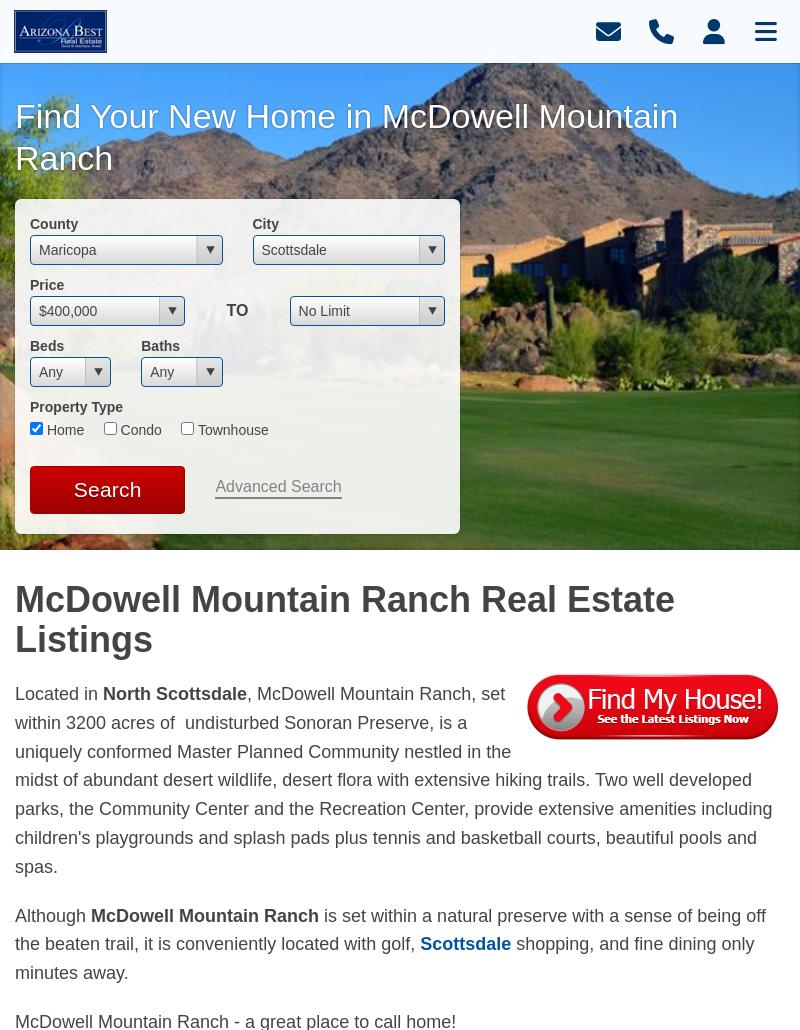 The image size is (800, 1030). Describe the element at coordinates (45, 345) in the screenshot. I see `'Beds'` at that location.